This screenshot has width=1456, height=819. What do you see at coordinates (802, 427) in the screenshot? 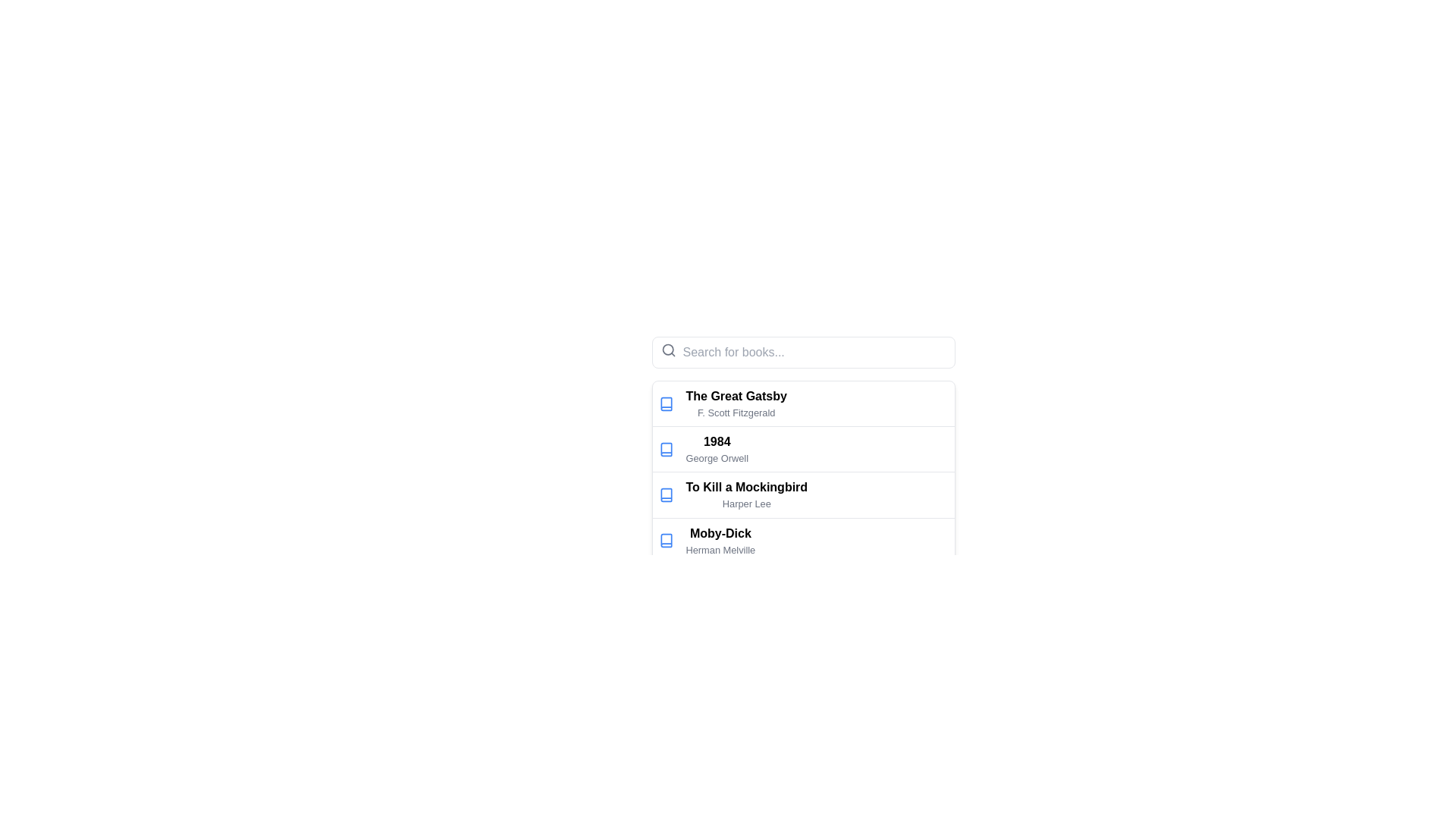
I see `the second list item displaying a literary work title and author name` at bounding box center [802, 427].